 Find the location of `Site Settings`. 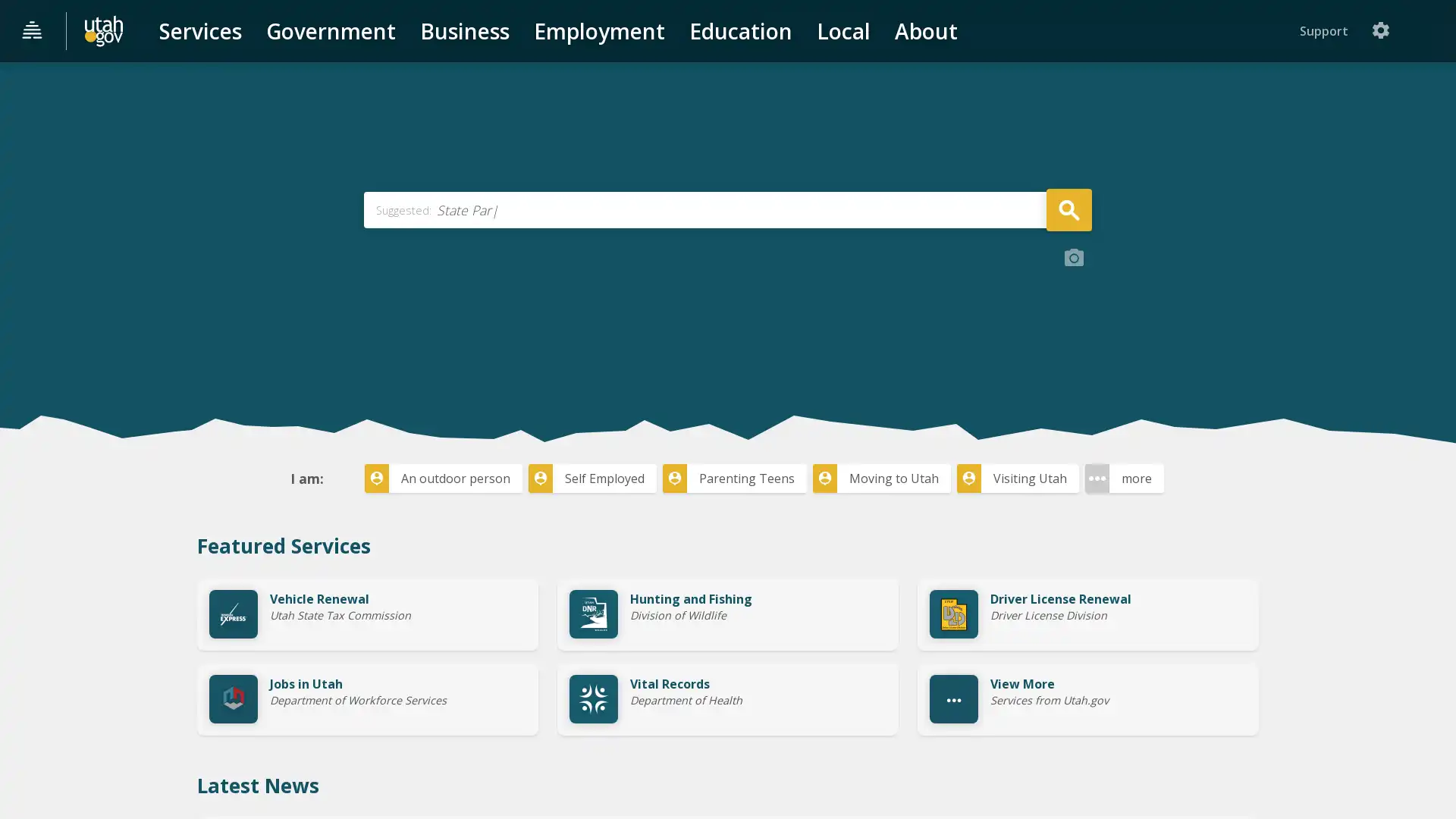

Site Settings is located at coordinates (1429, 30).